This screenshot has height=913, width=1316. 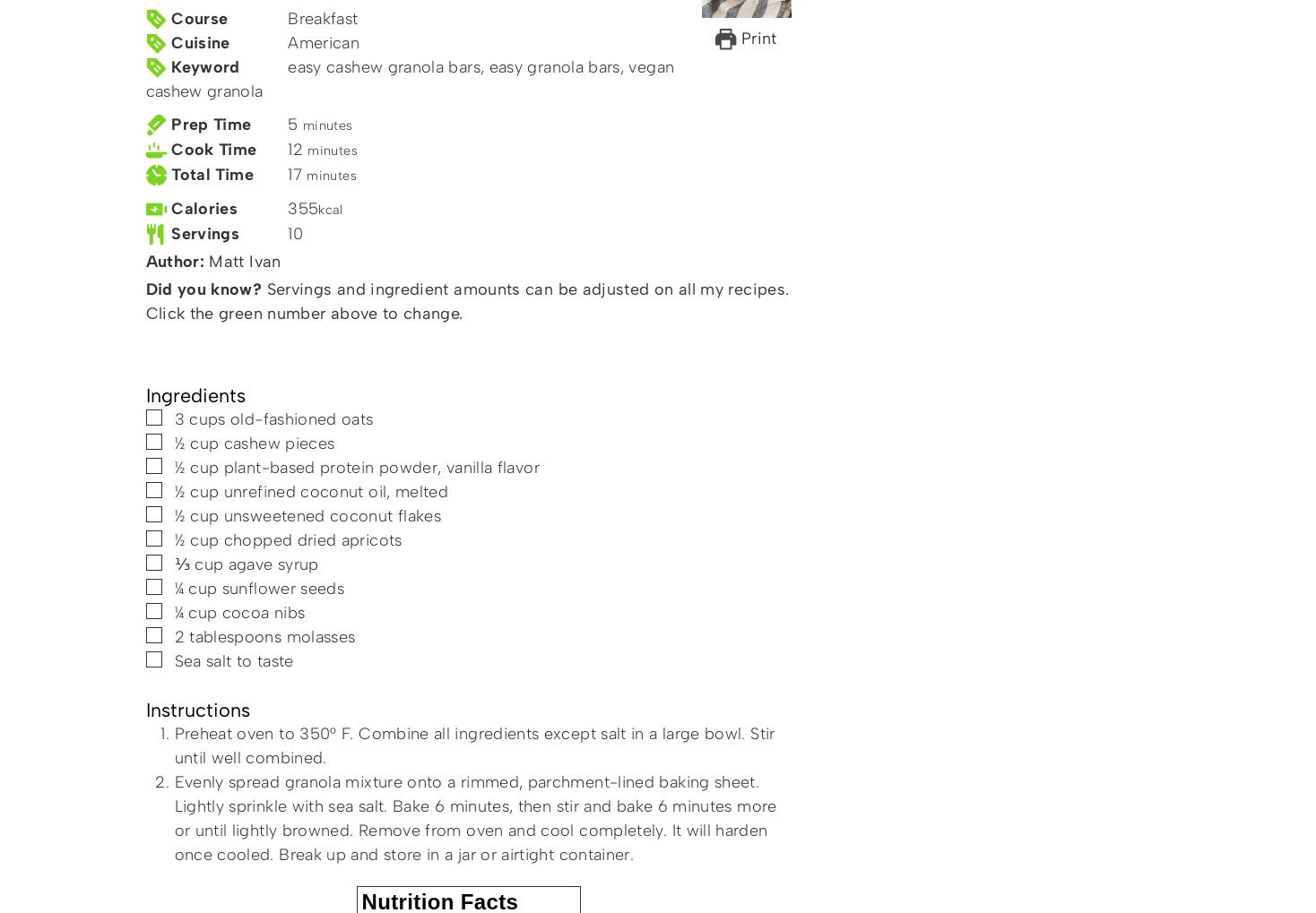 What do you see at coordinates (229, 418) in the screenshot?
I see `'old-fashioned oats'` at bounding box center [229, 418].